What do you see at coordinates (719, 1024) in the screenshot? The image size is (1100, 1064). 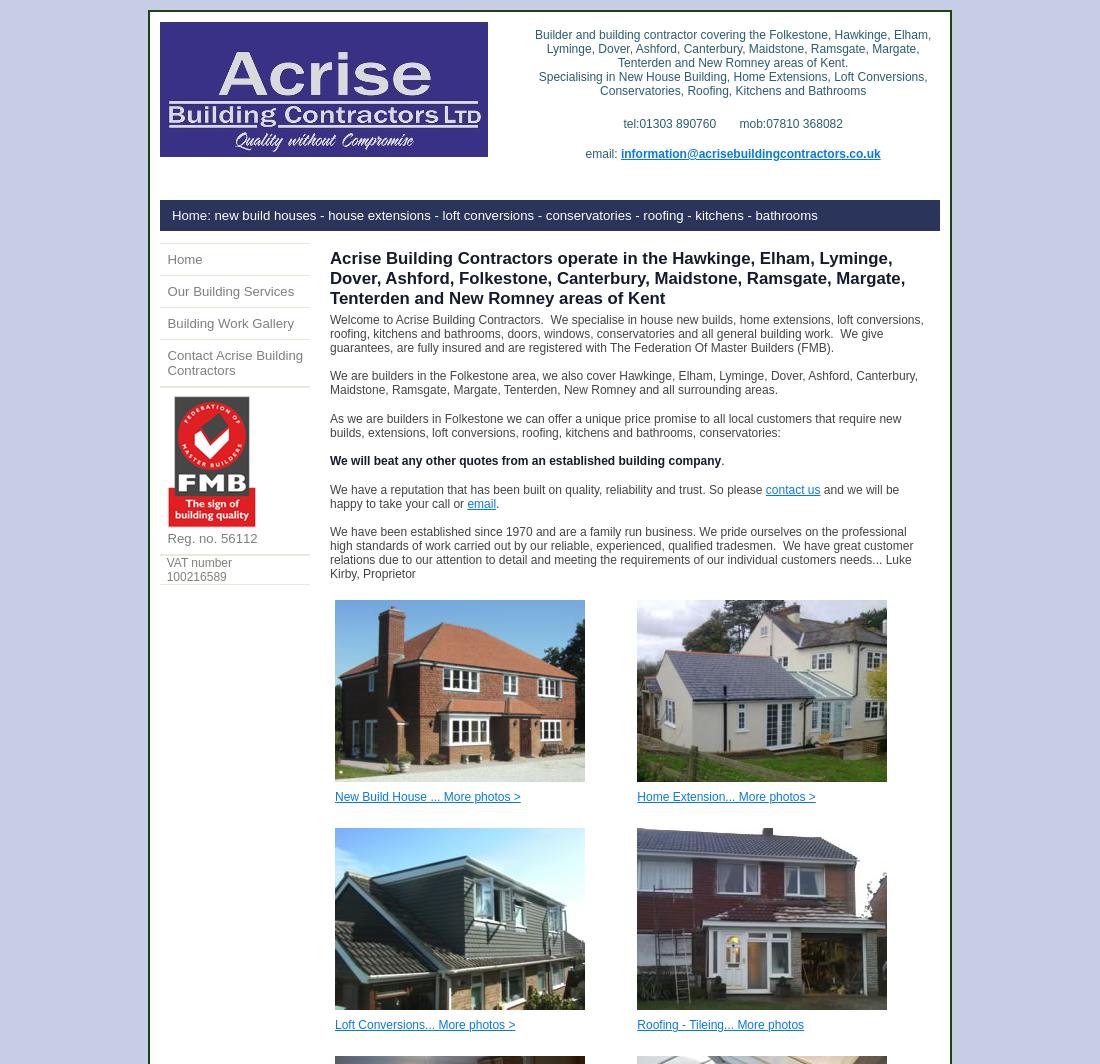 I see `'Roofing - Tileing... More photos'` at bounding box center [719, 1024].